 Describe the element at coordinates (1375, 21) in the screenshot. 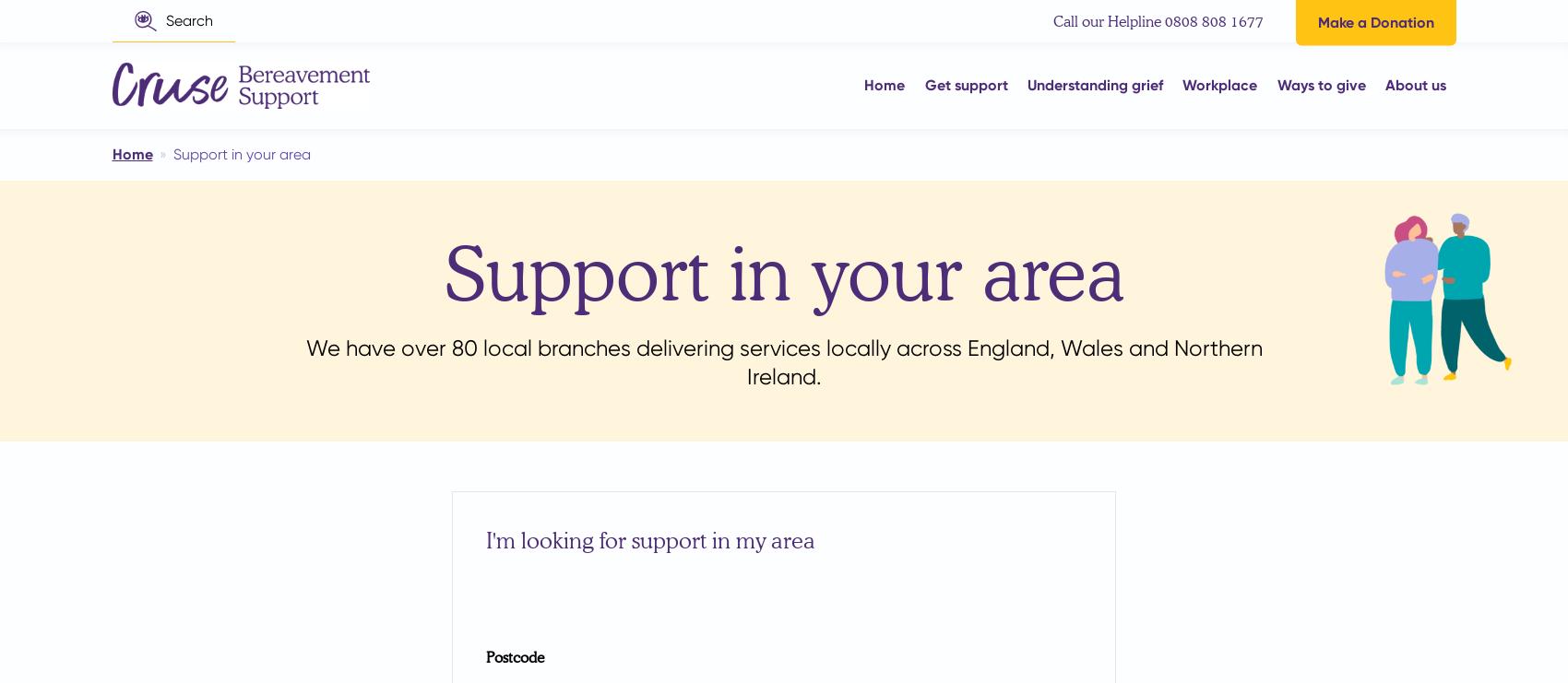

I see `'Make a Donation'` at that location.